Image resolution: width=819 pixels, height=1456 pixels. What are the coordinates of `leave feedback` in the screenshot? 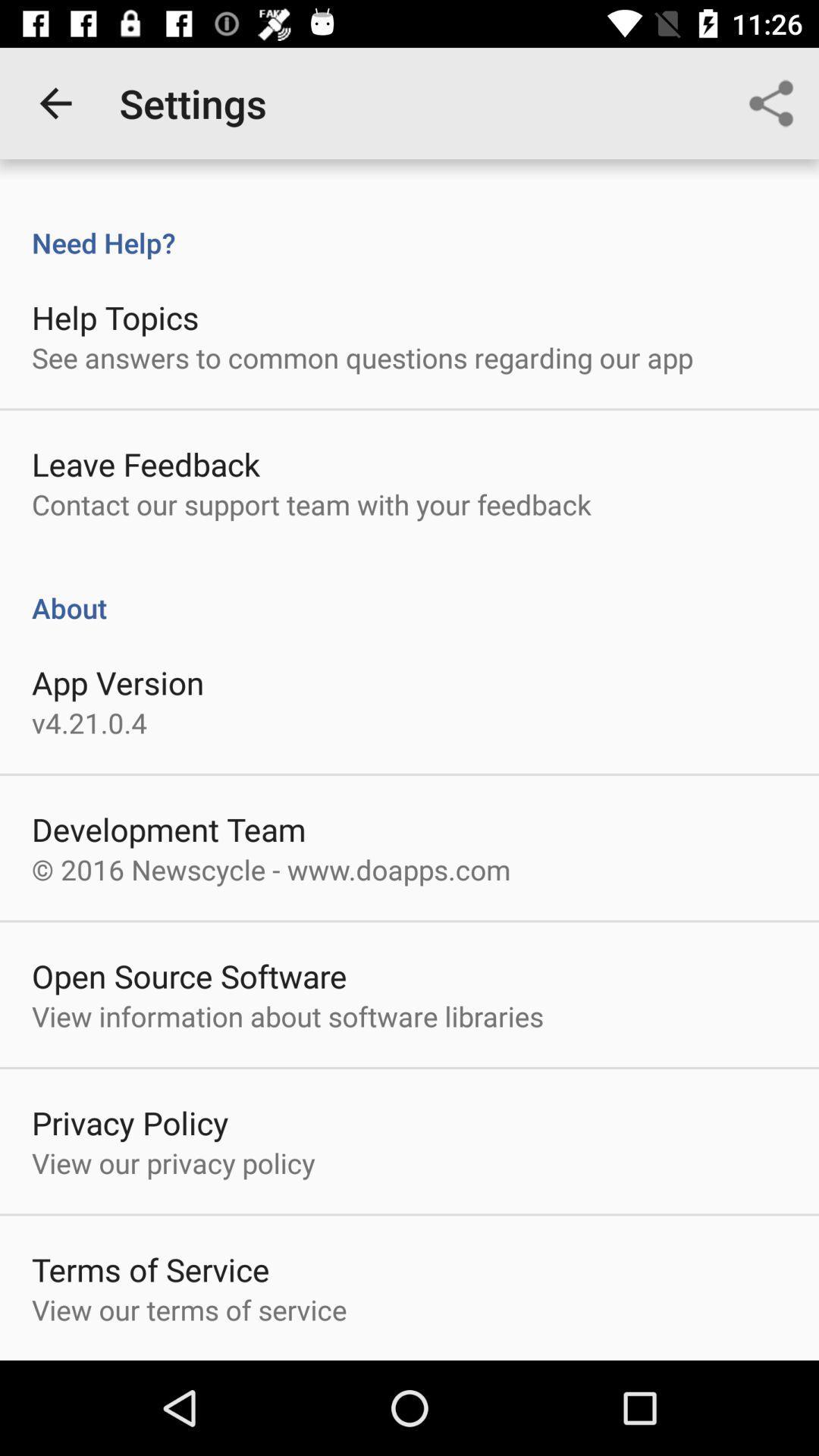 It's located at (146, 463).